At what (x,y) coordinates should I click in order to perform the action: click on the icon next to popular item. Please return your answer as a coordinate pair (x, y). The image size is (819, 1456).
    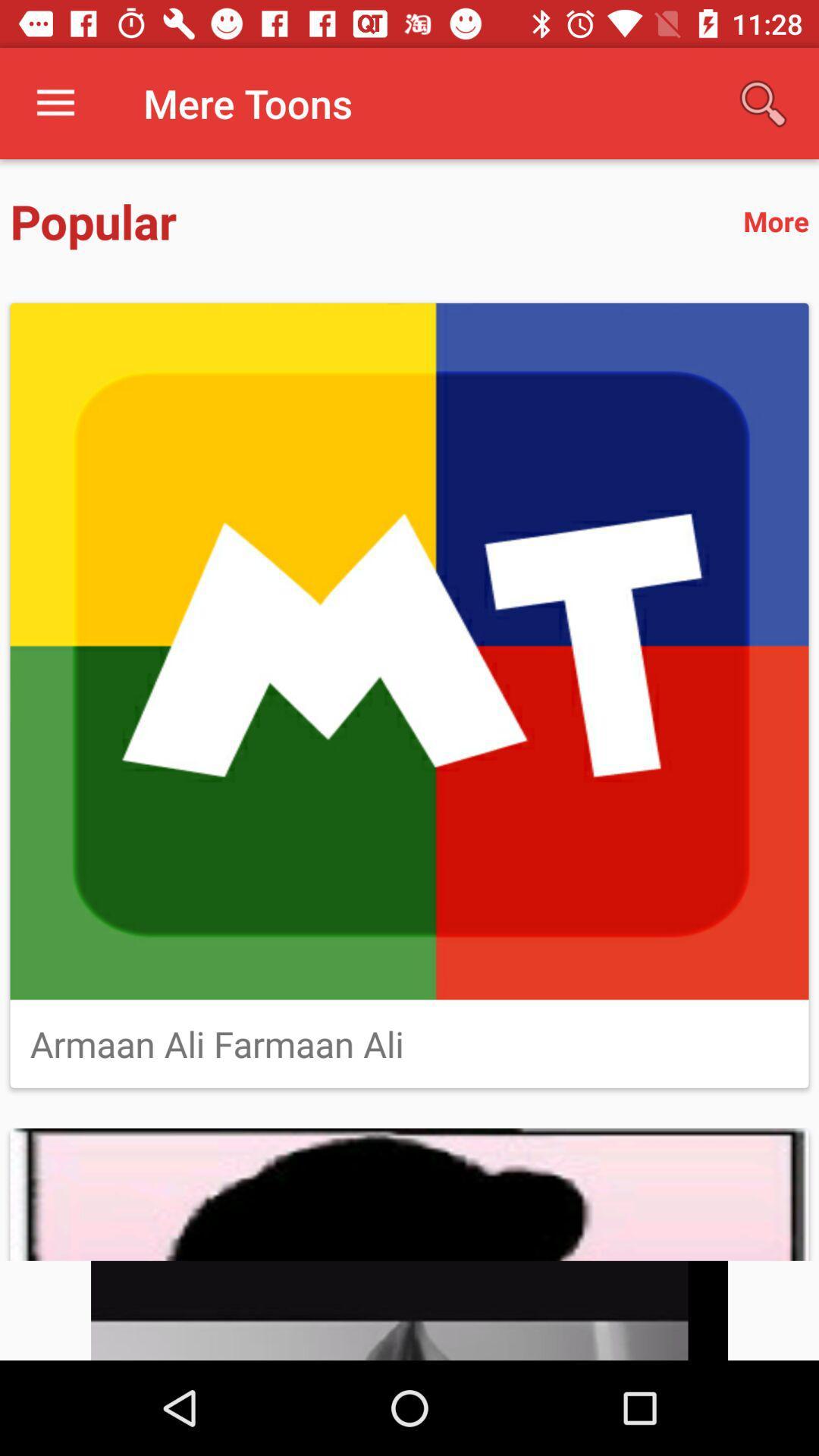
    Looking at the image, I should click on (776, 220).